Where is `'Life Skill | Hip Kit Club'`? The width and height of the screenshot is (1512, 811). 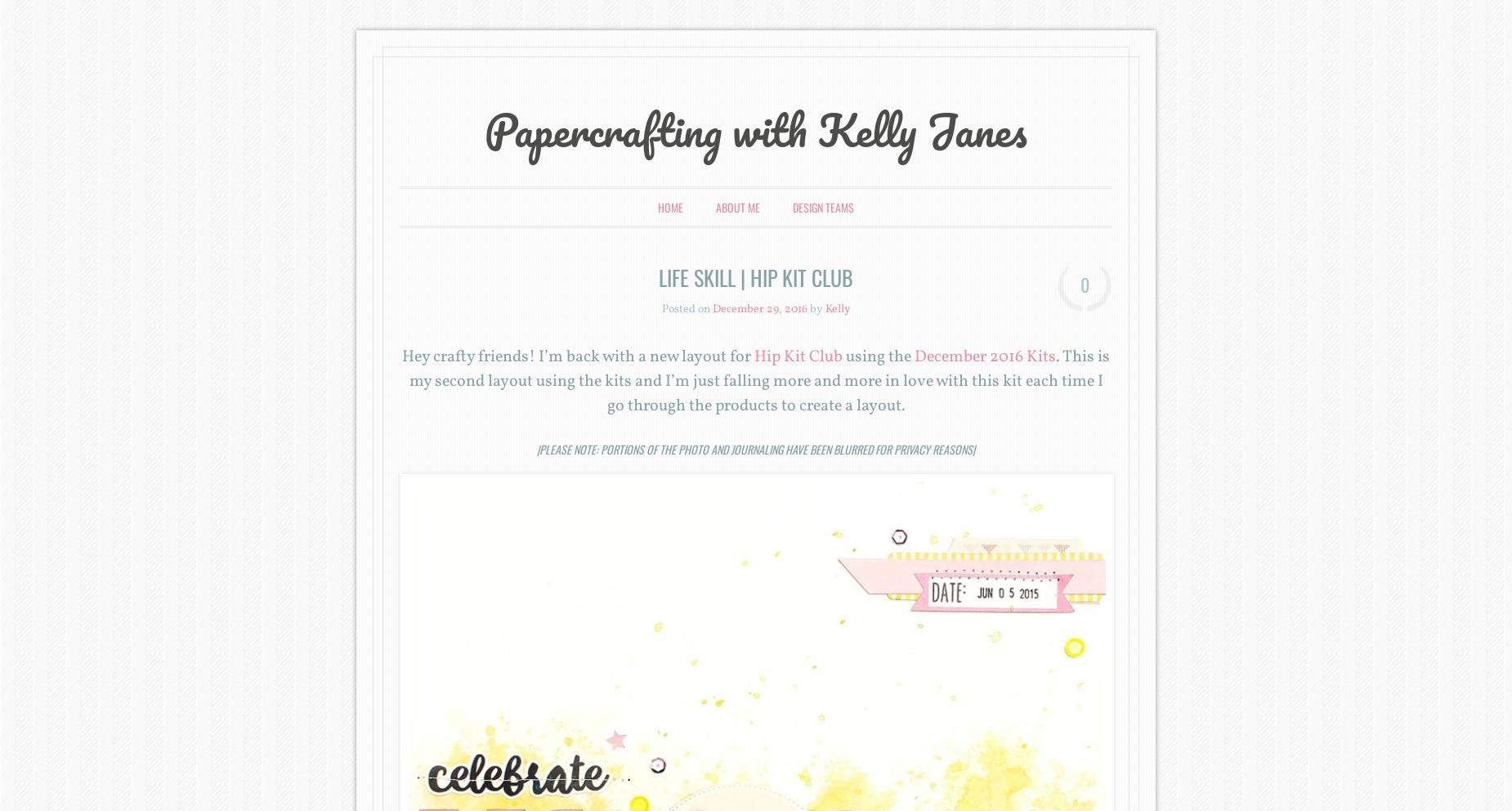
'Life Skill | Hip Kit Club' is located at coordinates (756, 276).